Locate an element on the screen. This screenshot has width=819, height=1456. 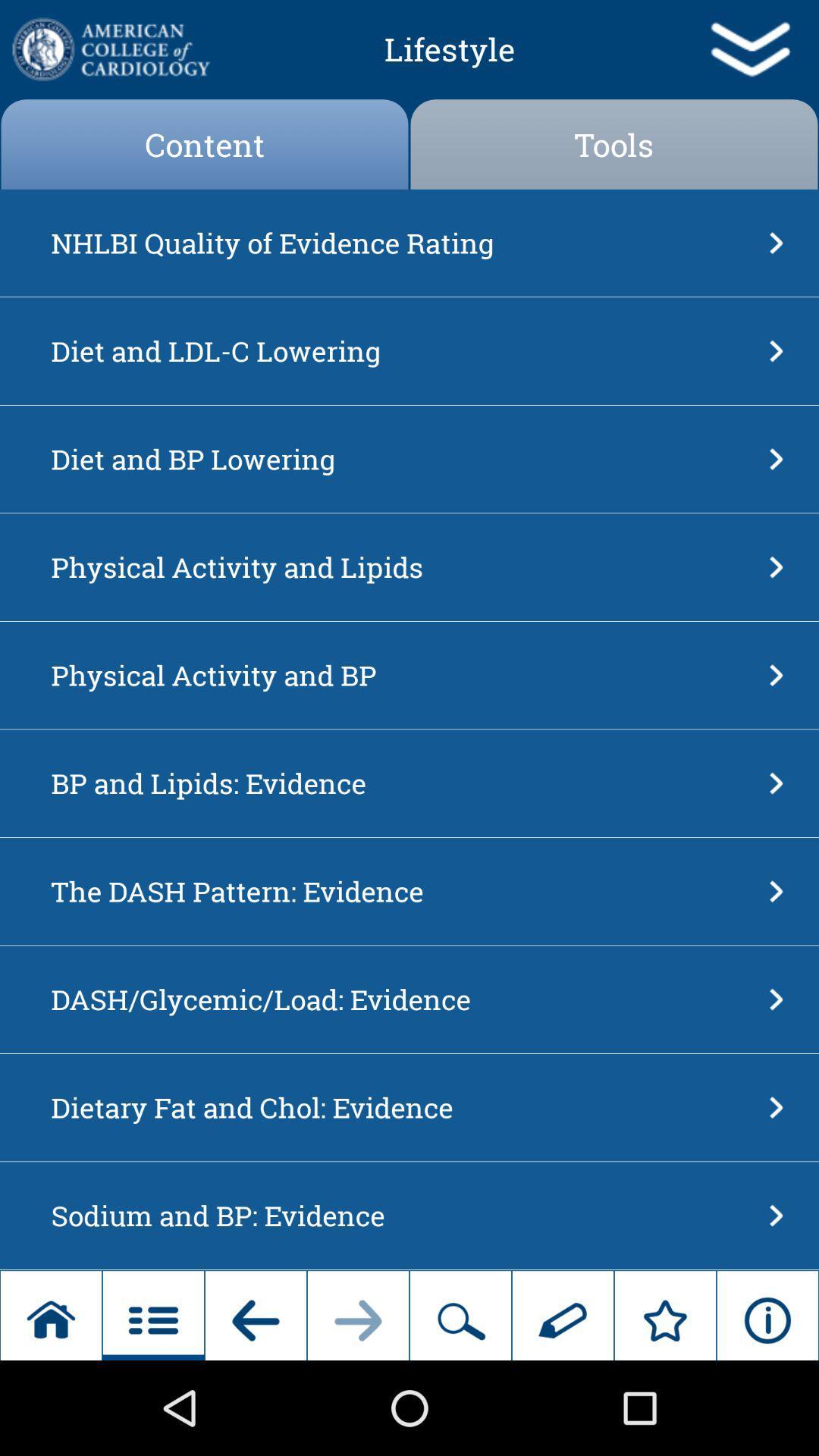
open drop down menu is located at coordinates (748, 49).